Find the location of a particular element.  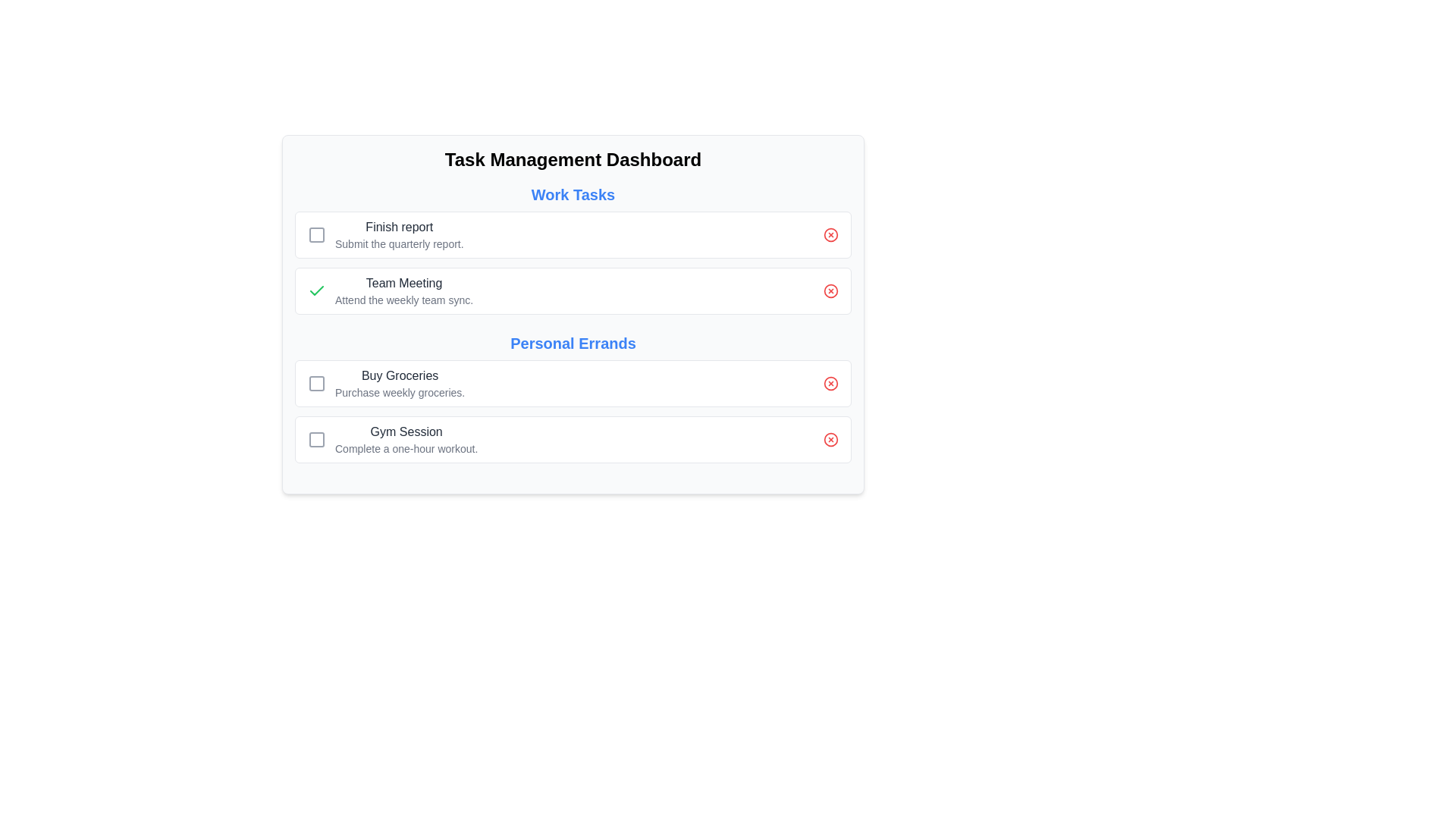

the text element reading 'Submit the quarterly report.' which is styled in a small gray font and positioned below the 'Finish report' title in the 'Work Tasks' section is located at coordinates (399, 243).